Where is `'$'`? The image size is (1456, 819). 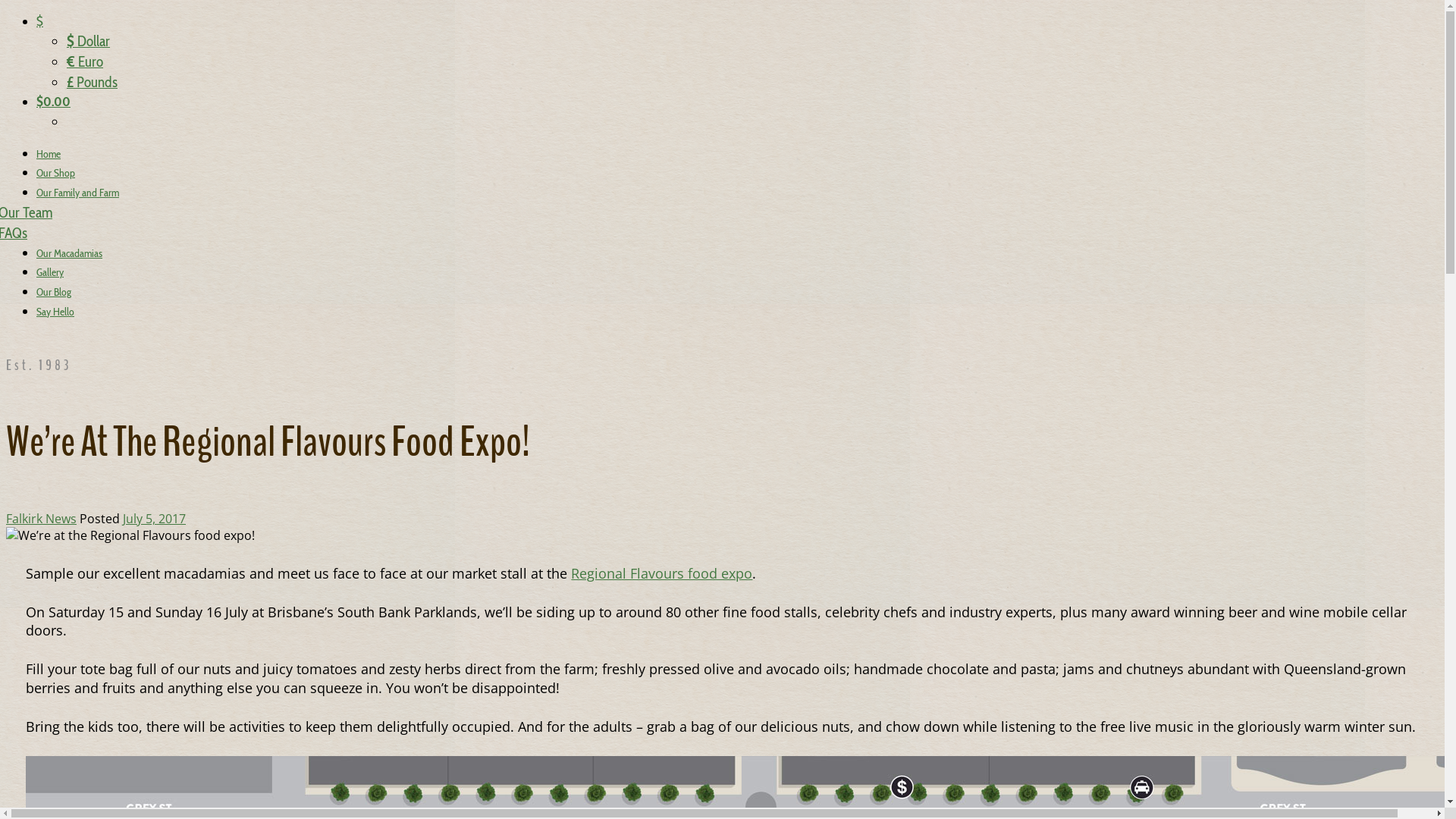
'$' is located at coordinates (39, 20).